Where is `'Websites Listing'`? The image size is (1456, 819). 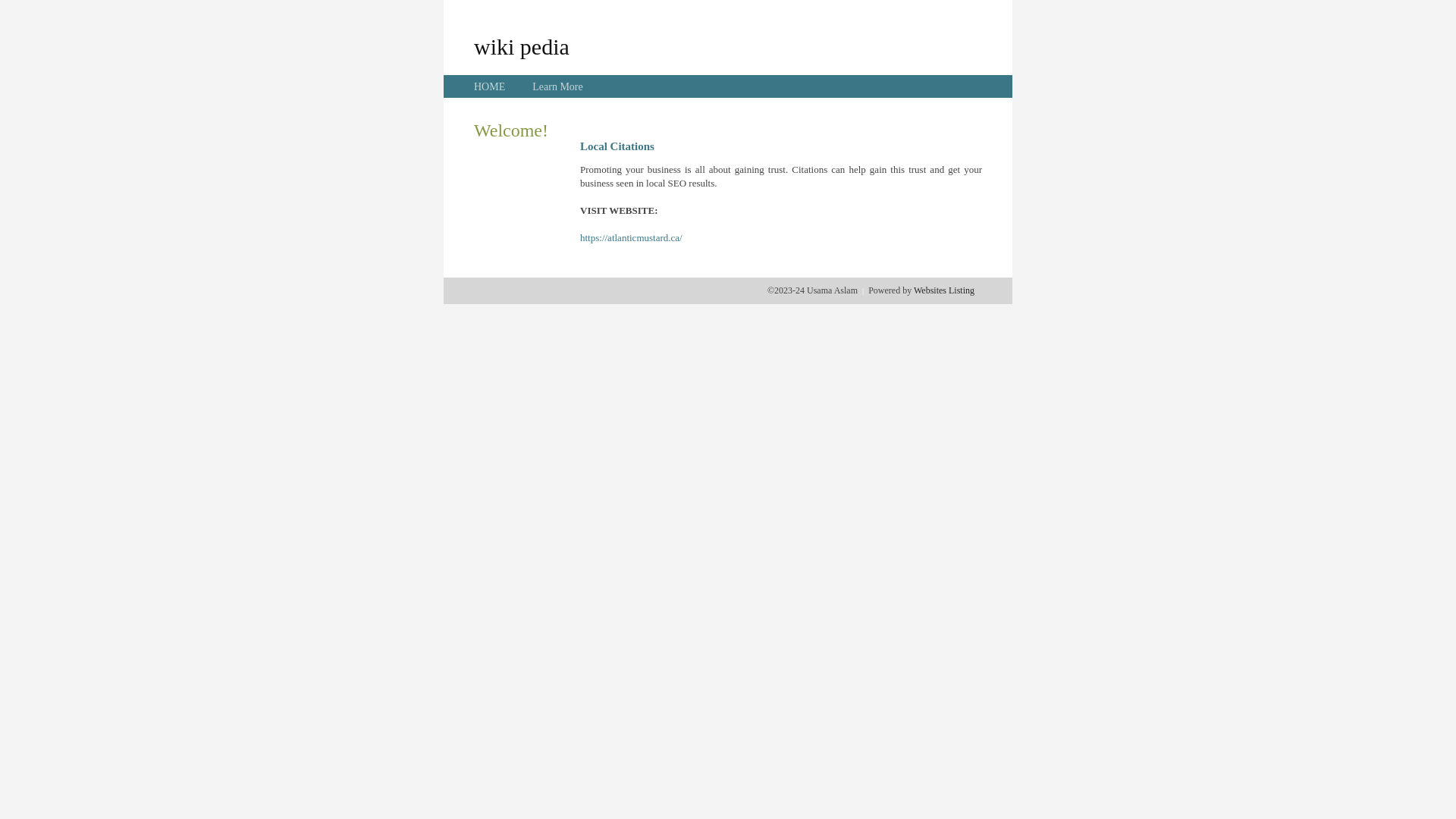 'Websites Listing' is located at coordinates (943, 290).